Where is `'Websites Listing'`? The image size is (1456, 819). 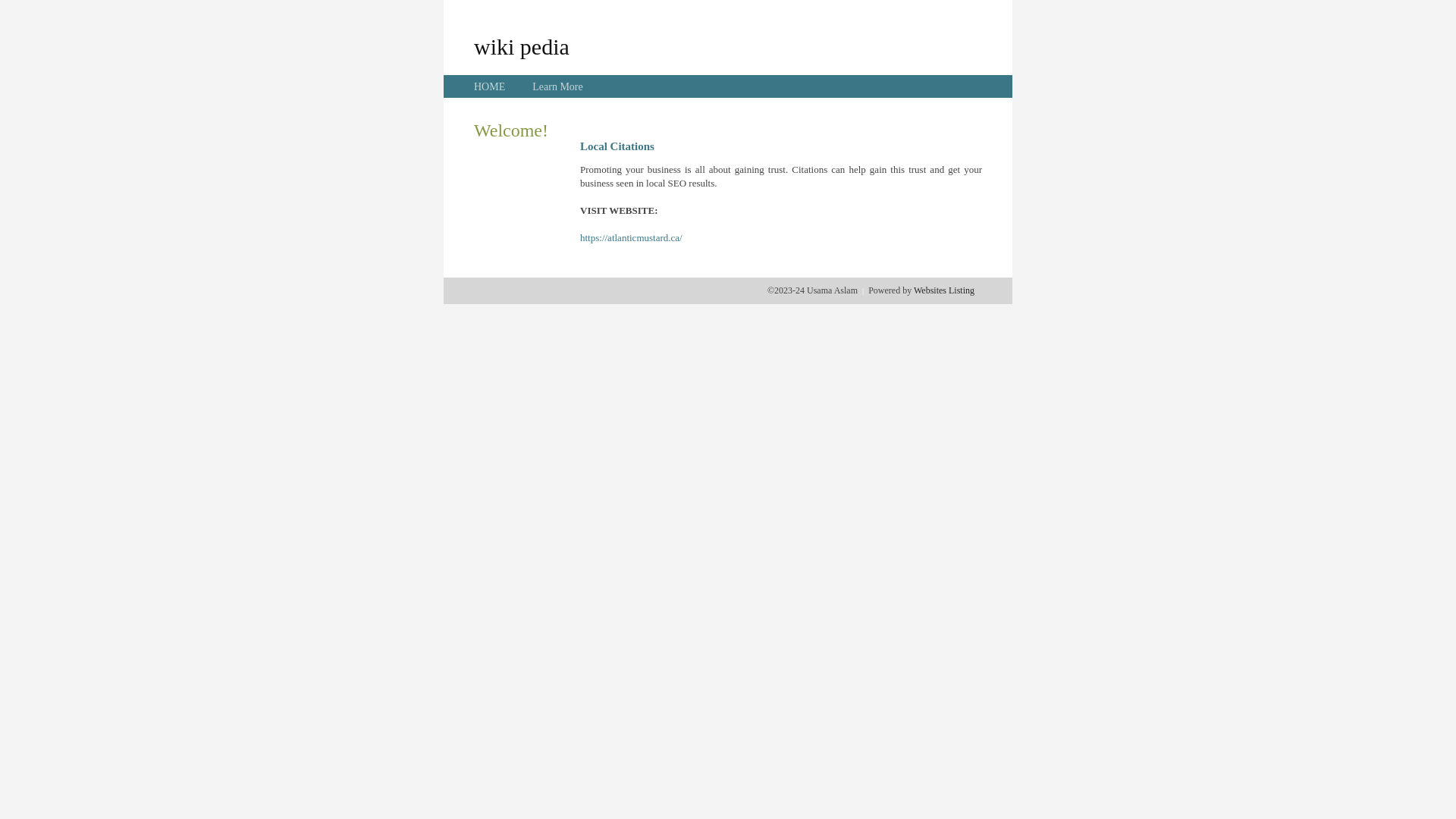 'Websites Listing' is located at coordinates (943, 290).